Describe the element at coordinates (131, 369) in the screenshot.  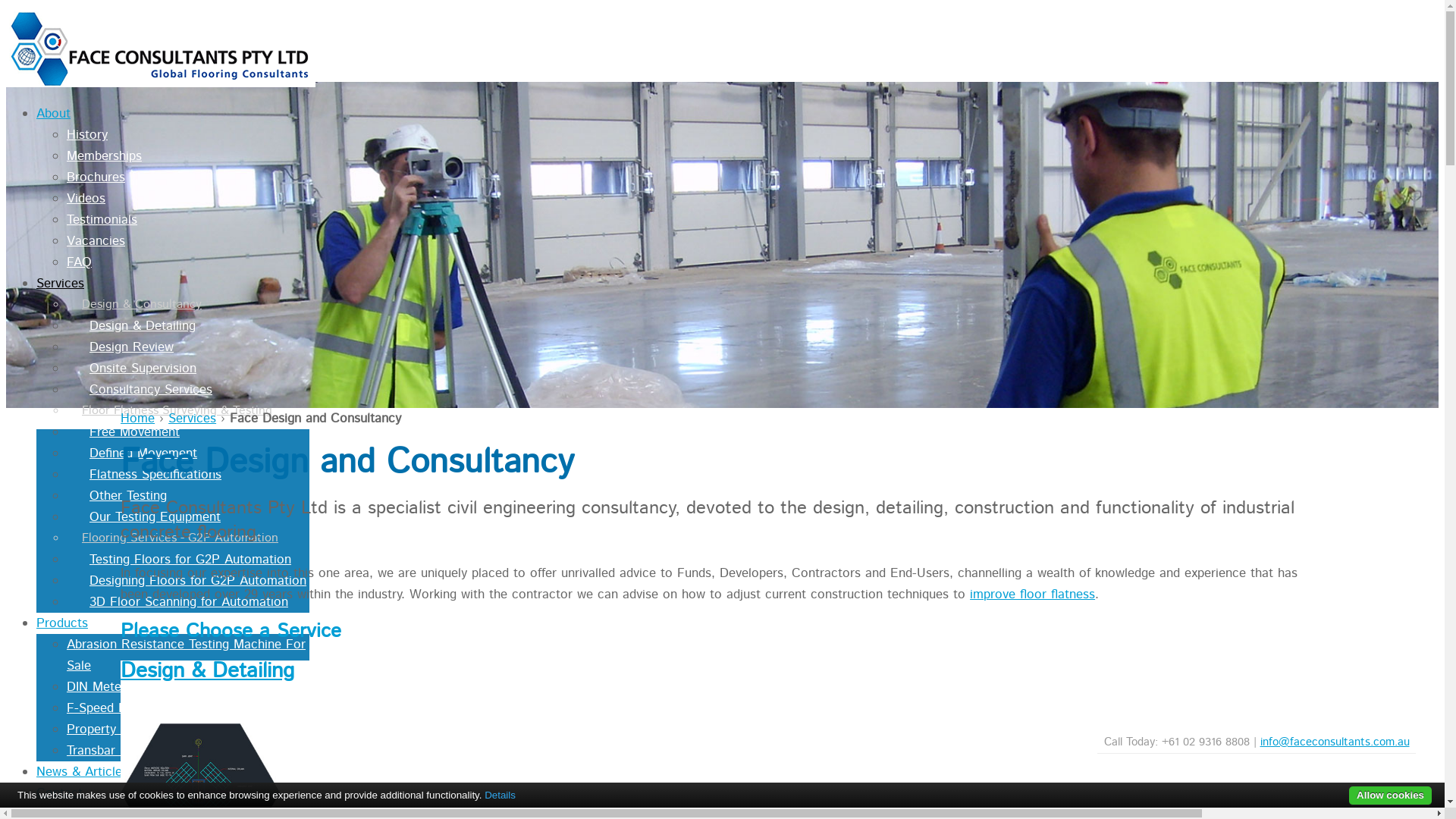
I see `'Onsite Supervision'` at that location.